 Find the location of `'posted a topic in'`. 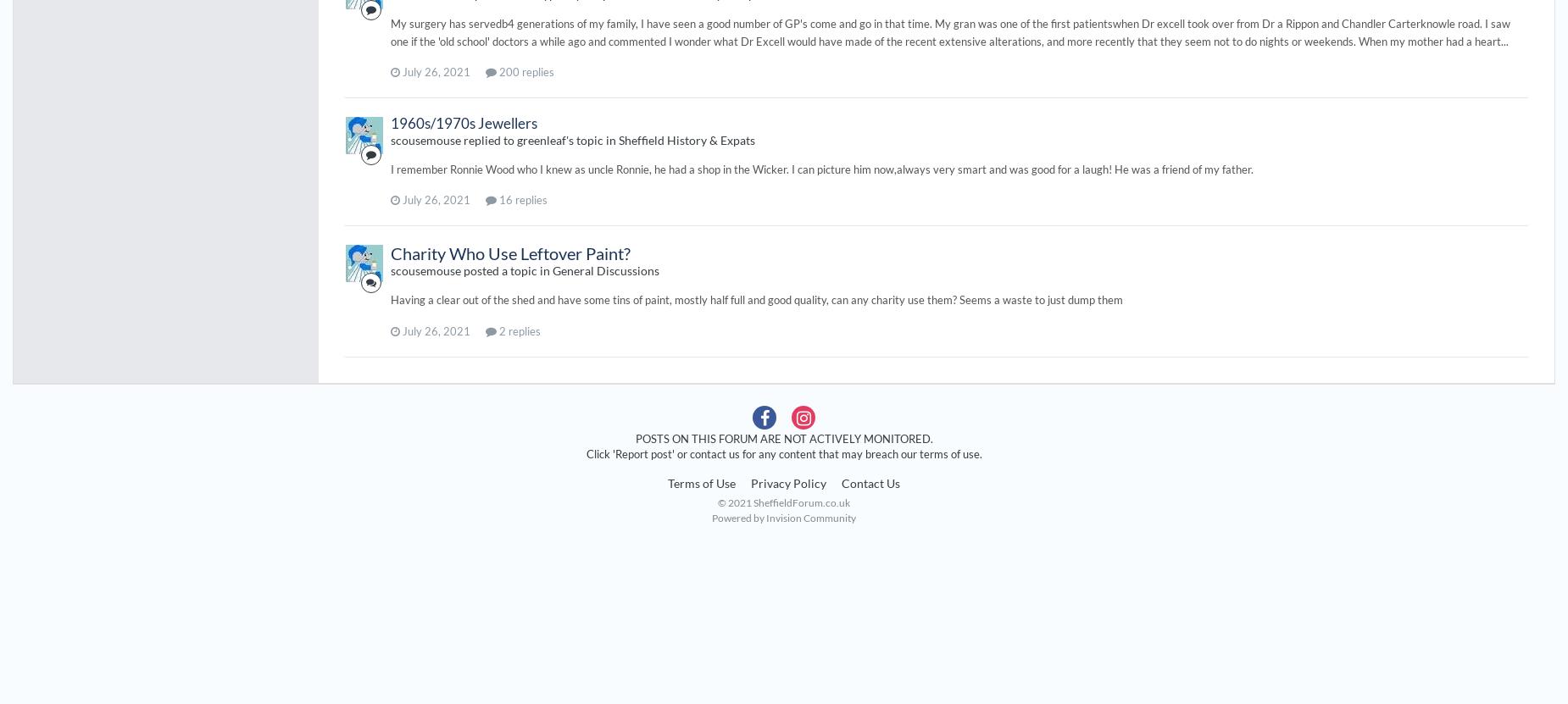

'posted a topic in' is located at coordinates (506, 270).